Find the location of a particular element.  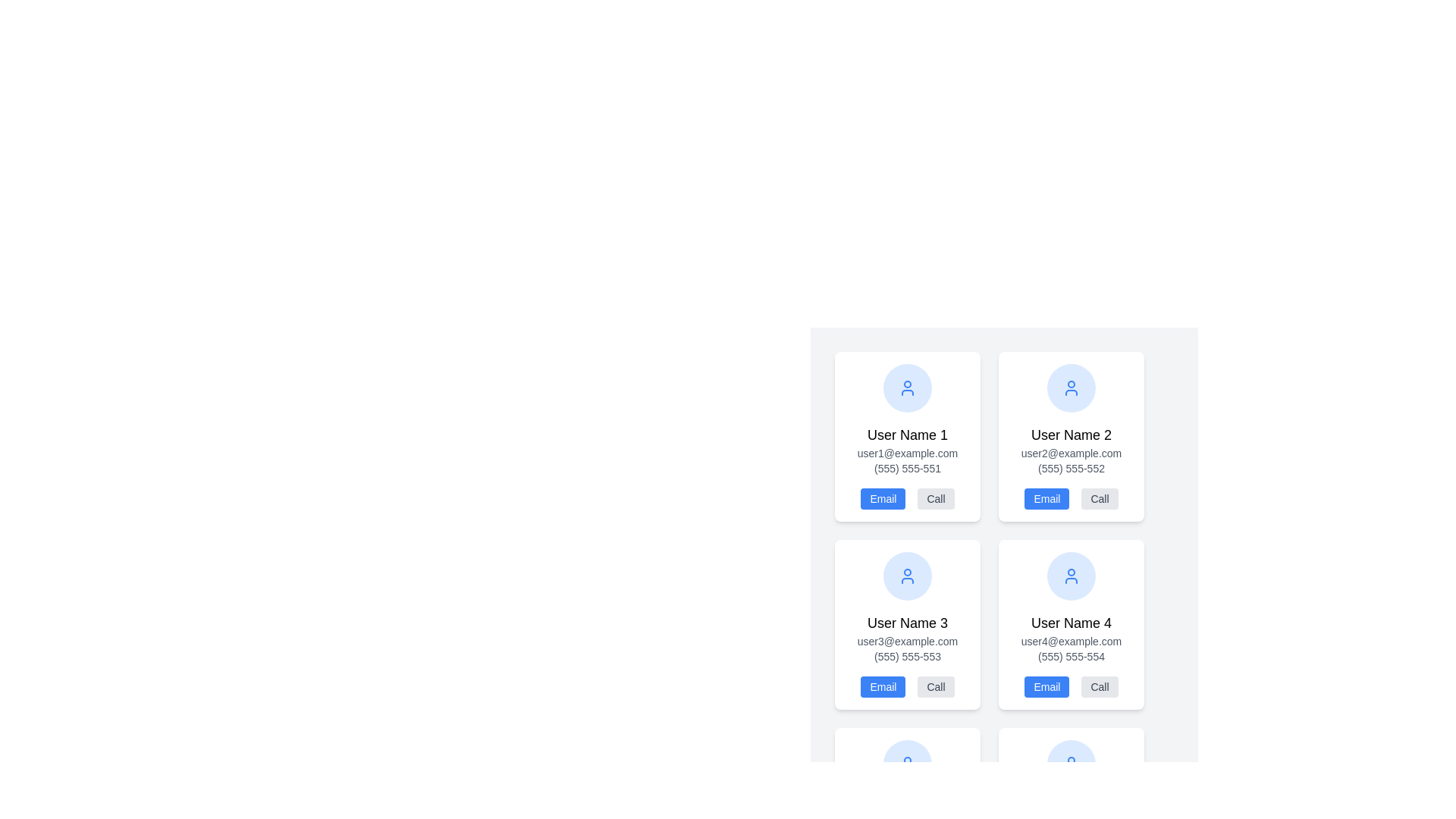

circular profile icon representing 'User Name 3' located at the top section of the user details card is located at coordinates (907, 576).